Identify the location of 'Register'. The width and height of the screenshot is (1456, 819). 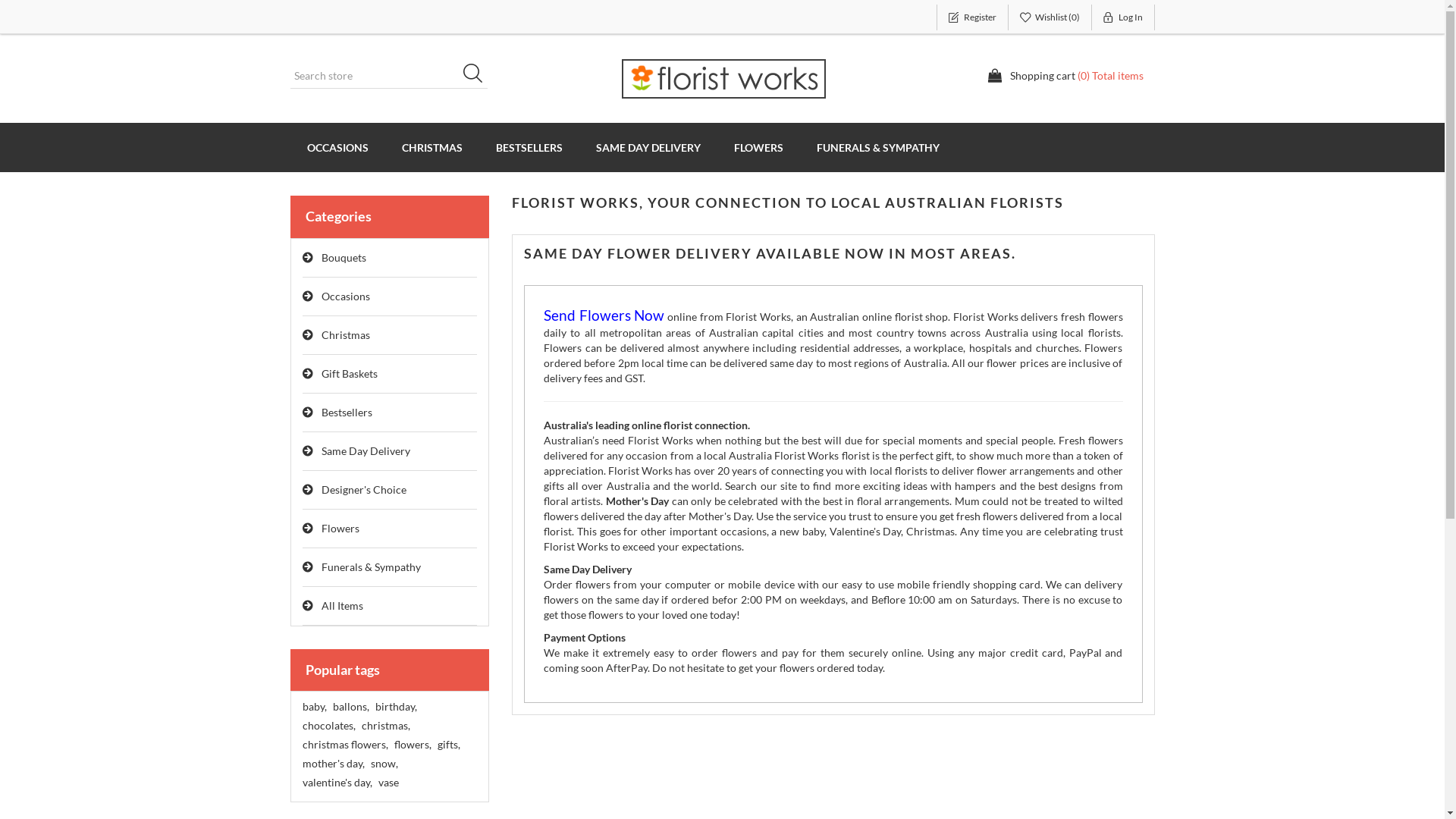
(971, 17).